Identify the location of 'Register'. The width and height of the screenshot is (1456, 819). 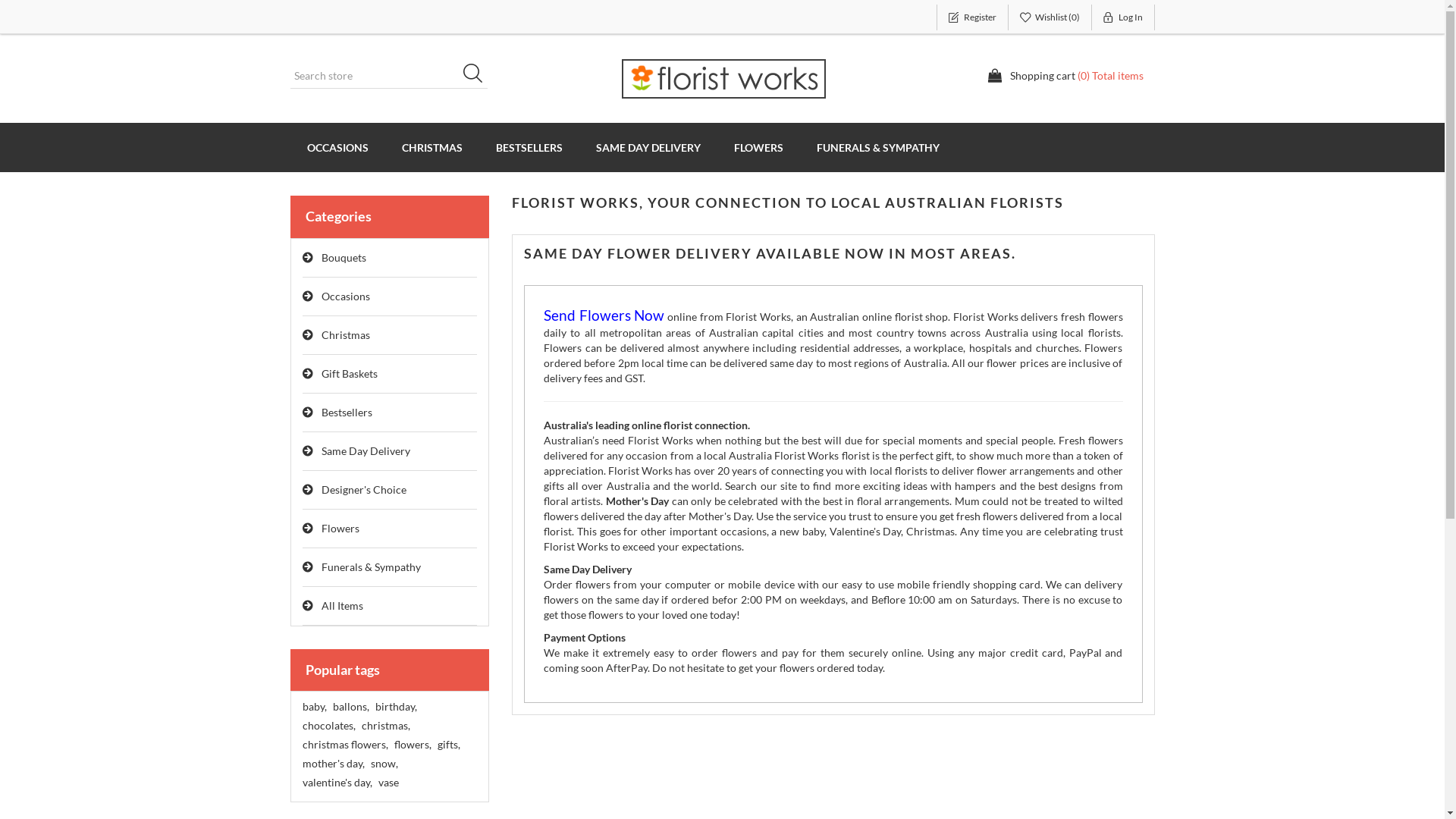
(971, 17).